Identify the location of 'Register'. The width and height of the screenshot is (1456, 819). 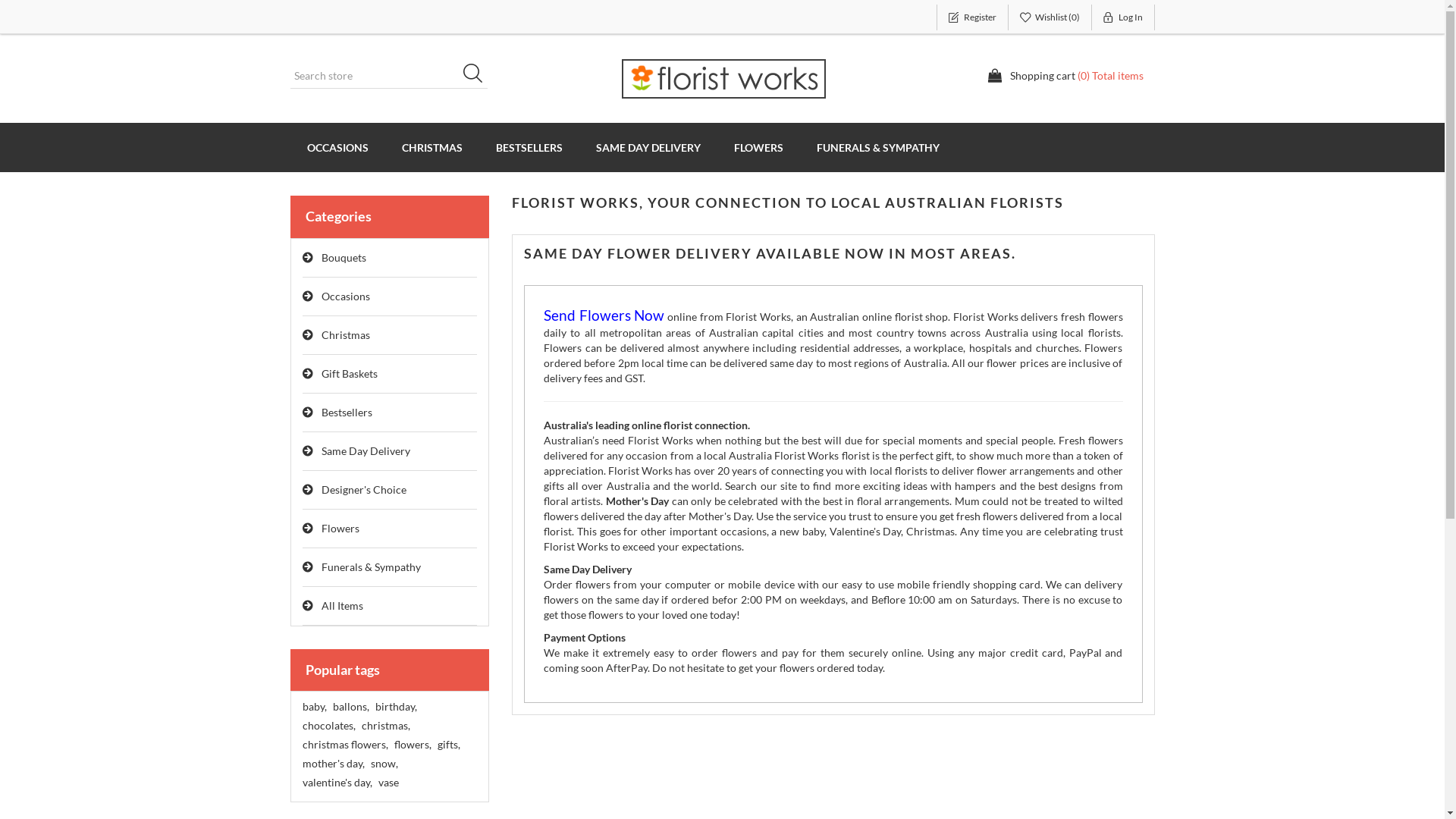
(971, 17).